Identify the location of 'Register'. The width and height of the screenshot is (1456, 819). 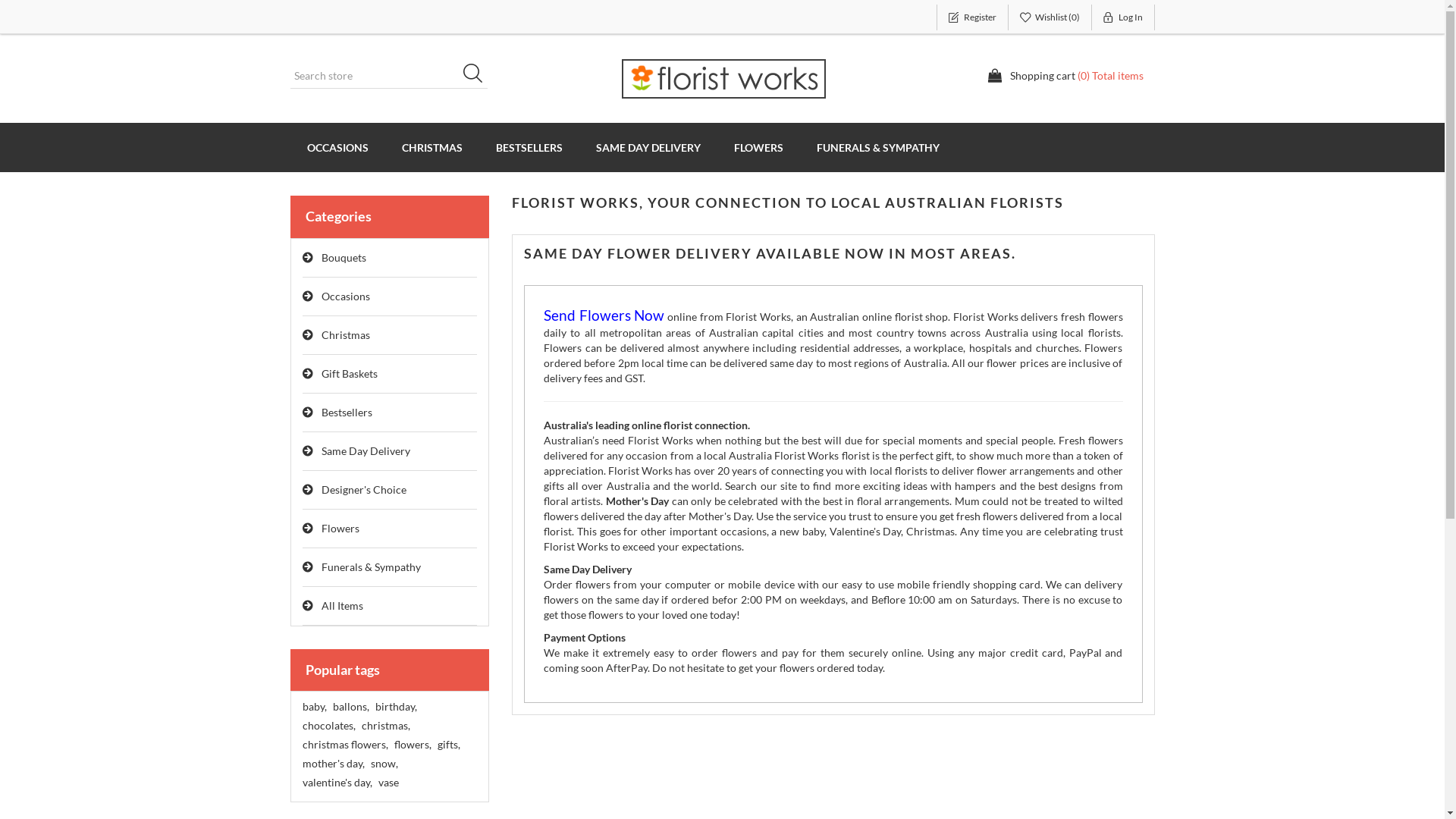
(971, 17).